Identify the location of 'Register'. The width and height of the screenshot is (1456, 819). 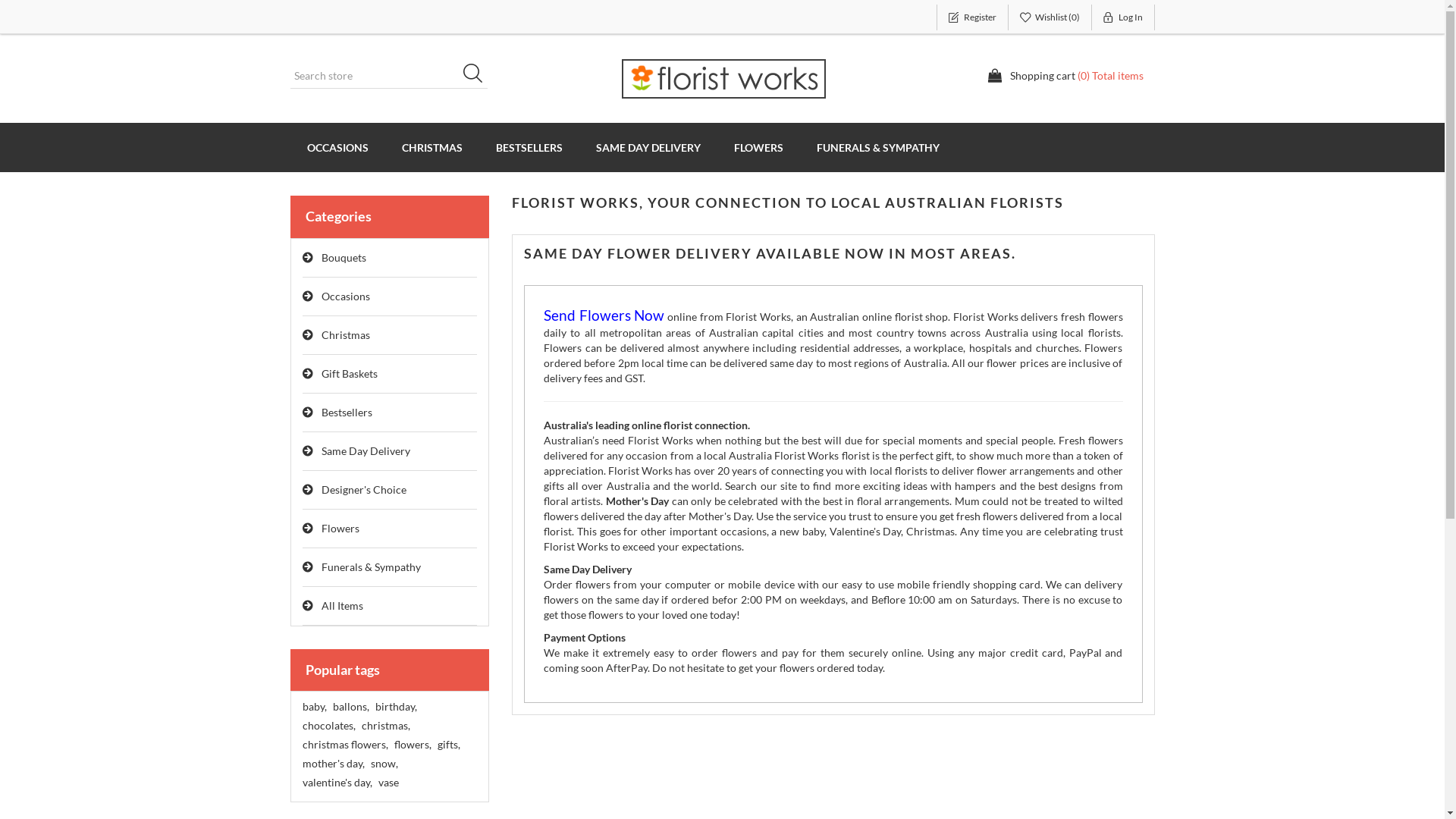
(971, 17).